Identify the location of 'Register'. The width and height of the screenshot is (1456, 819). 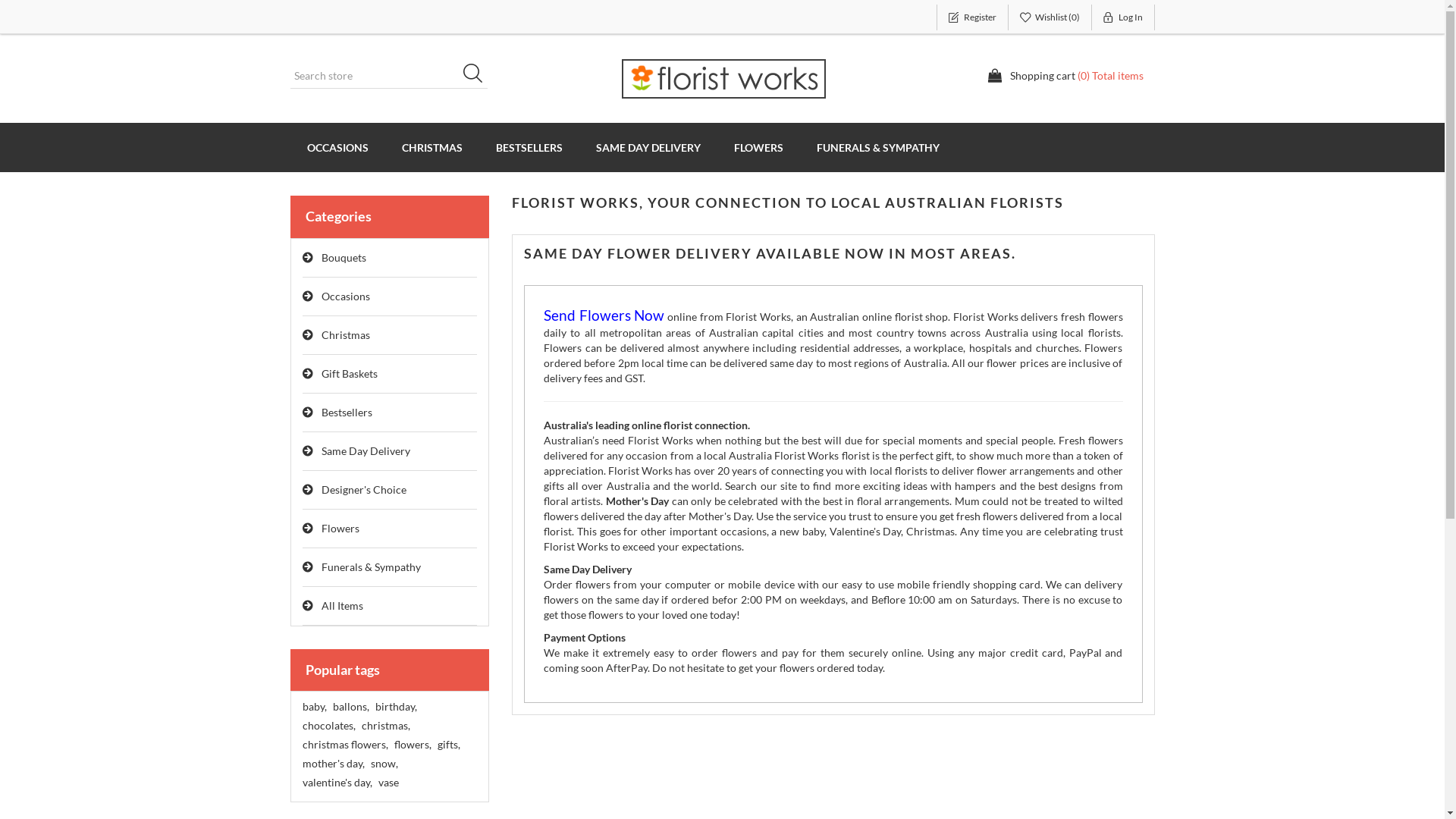
(971, 17).